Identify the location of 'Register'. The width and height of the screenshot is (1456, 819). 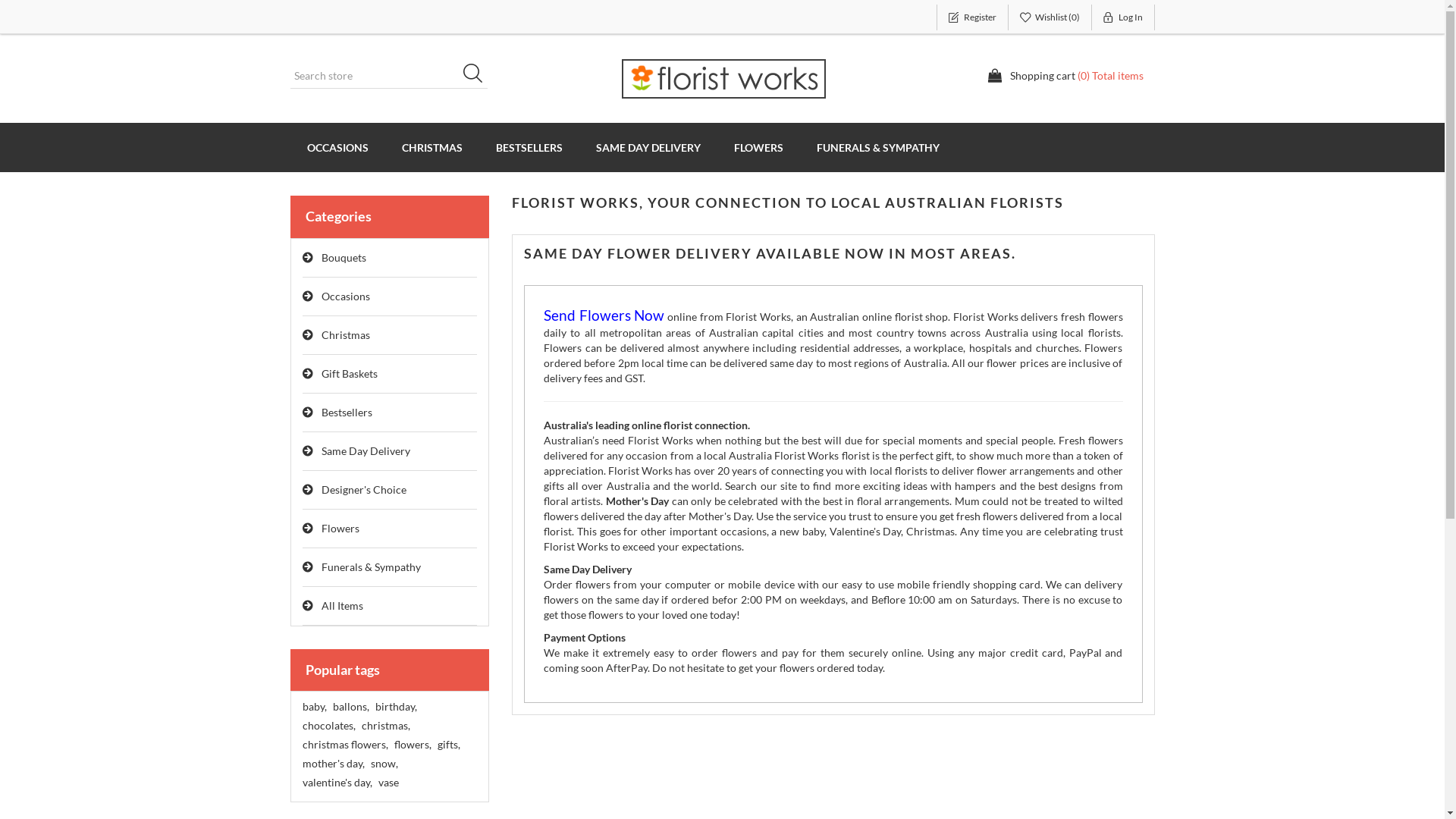
(971, 17).